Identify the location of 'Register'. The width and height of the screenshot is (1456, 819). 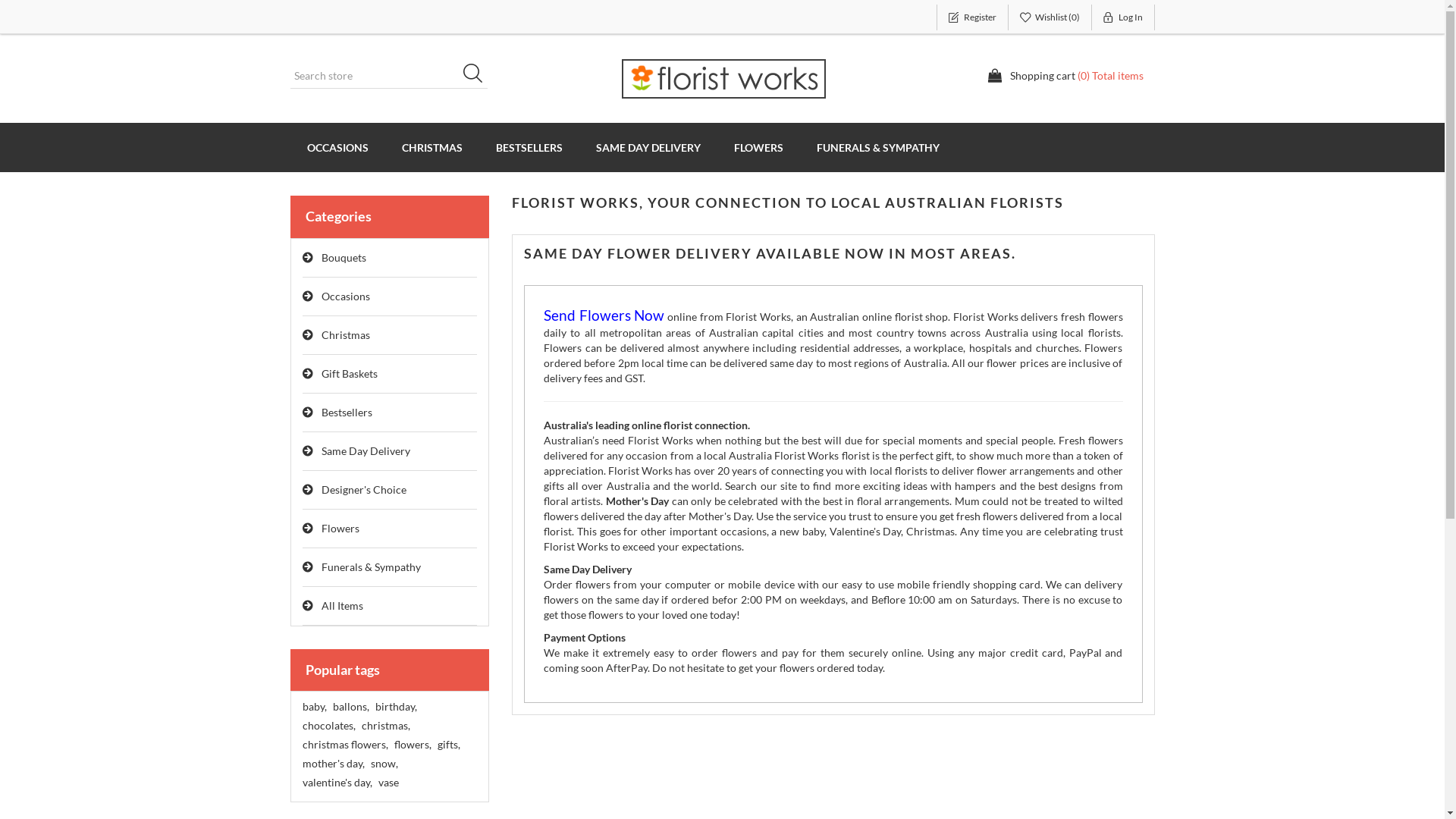
(971, 17).